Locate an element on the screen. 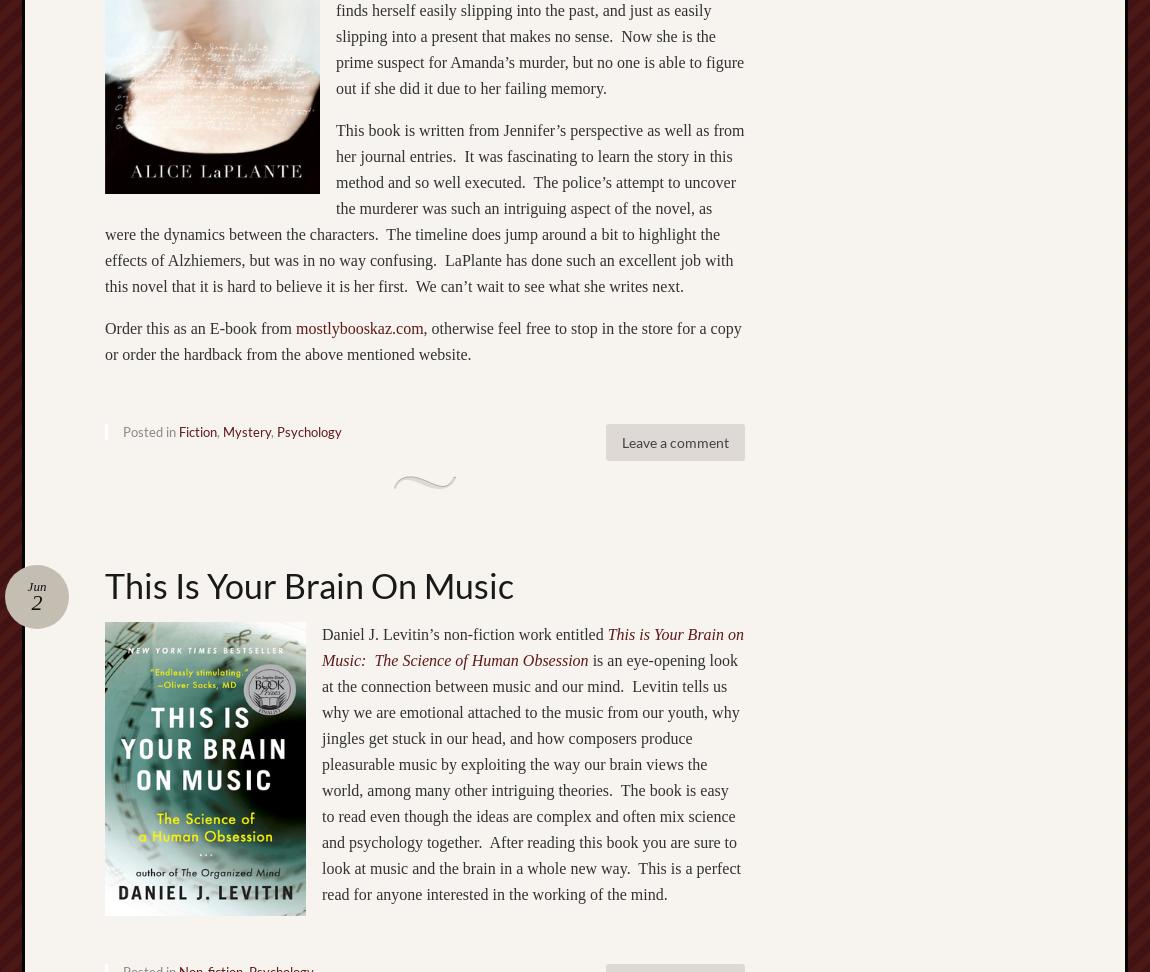  ', otherwise feel free to stop in the store for a copy or order the hardback from the above mentioned website.' is located at coordinates (422, 339).